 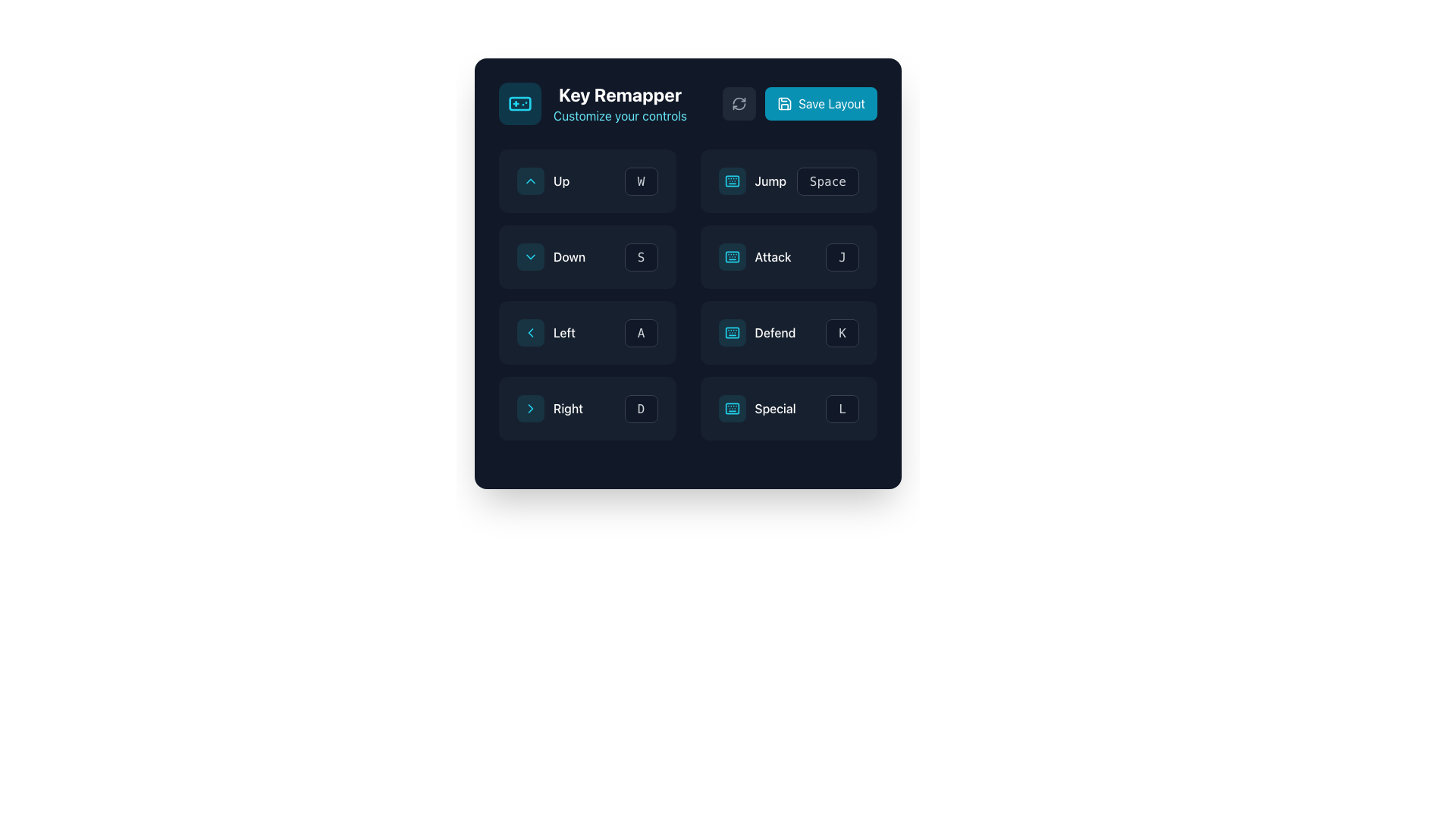 What do you see at coordinates (641, 408) in the screenshot?
I see `the button representing the keybinding for the 'Right' action, located in the bottom-right corner of the central panel adjacent to the label 'Right'` at bounding box center [641, 408].